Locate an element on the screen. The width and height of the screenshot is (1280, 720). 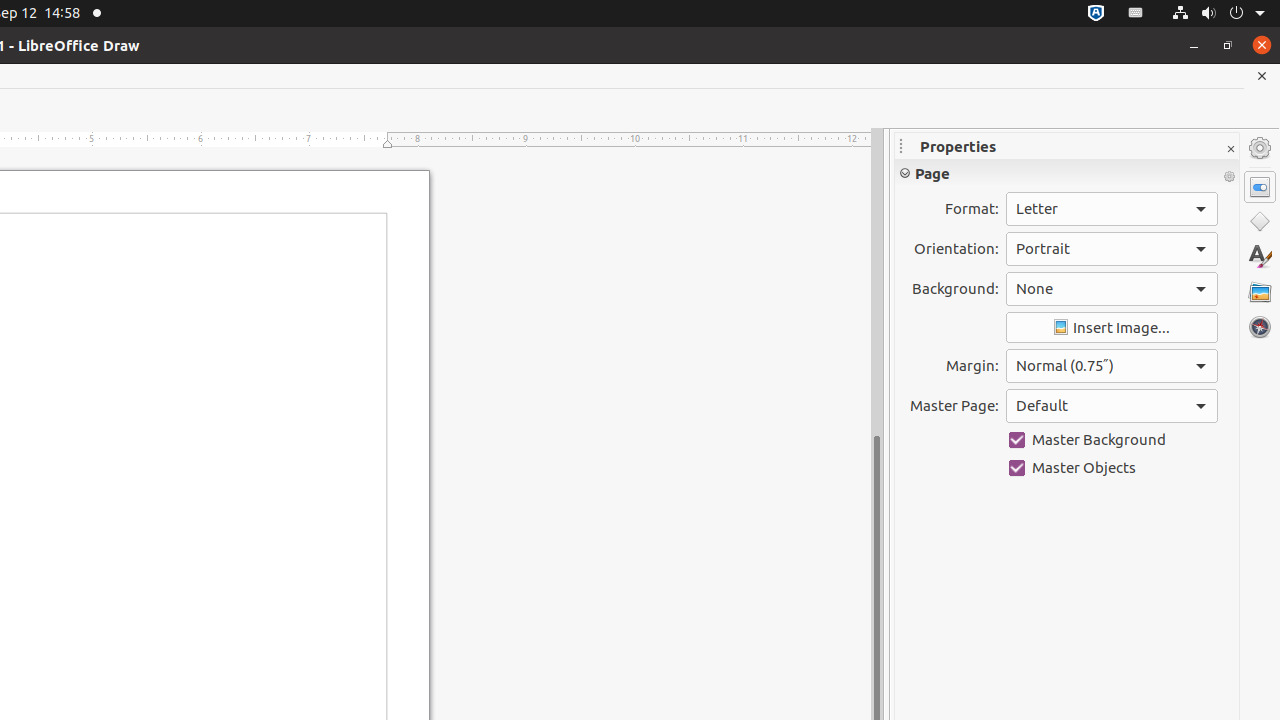
'Styles' is located at coordinates (1259, 255).